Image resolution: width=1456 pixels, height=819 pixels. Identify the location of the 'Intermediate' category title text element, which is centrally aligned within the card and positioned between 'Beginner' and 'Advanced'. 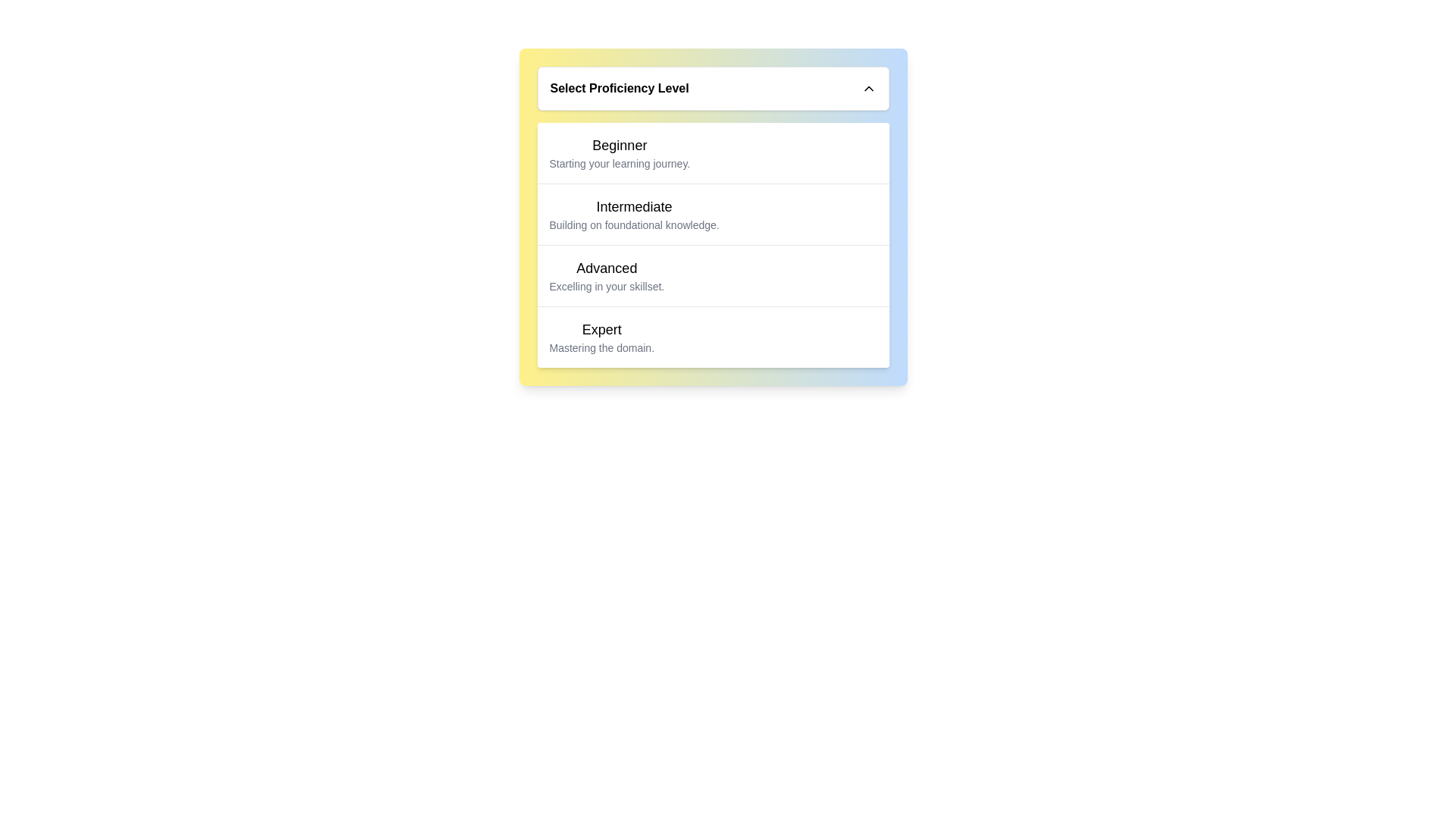
(634, 207).